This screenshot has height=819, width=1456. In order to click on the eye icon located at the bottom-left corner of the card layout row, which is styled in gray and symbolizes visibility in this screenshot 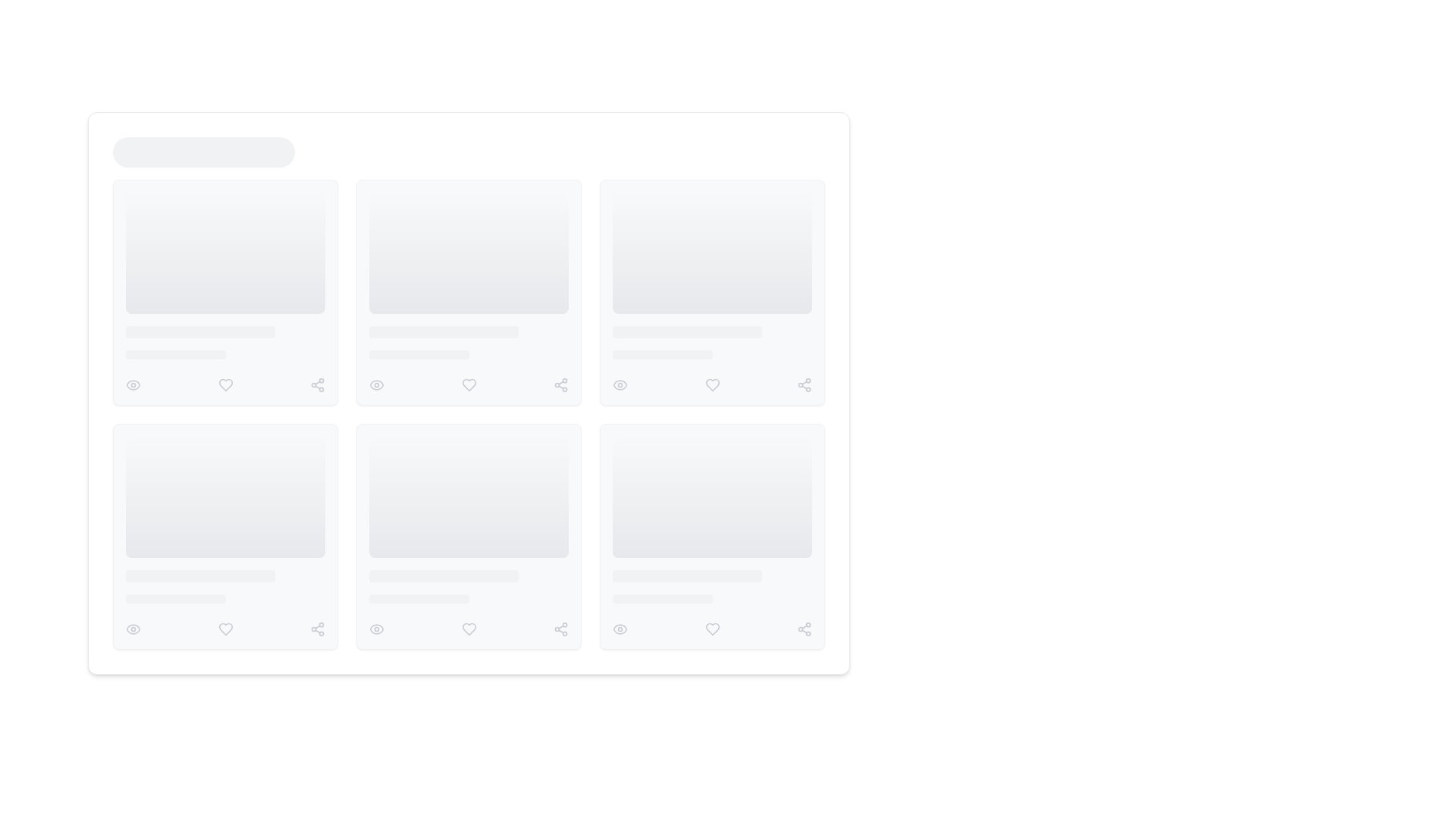, I will do `click(133, 384)`.